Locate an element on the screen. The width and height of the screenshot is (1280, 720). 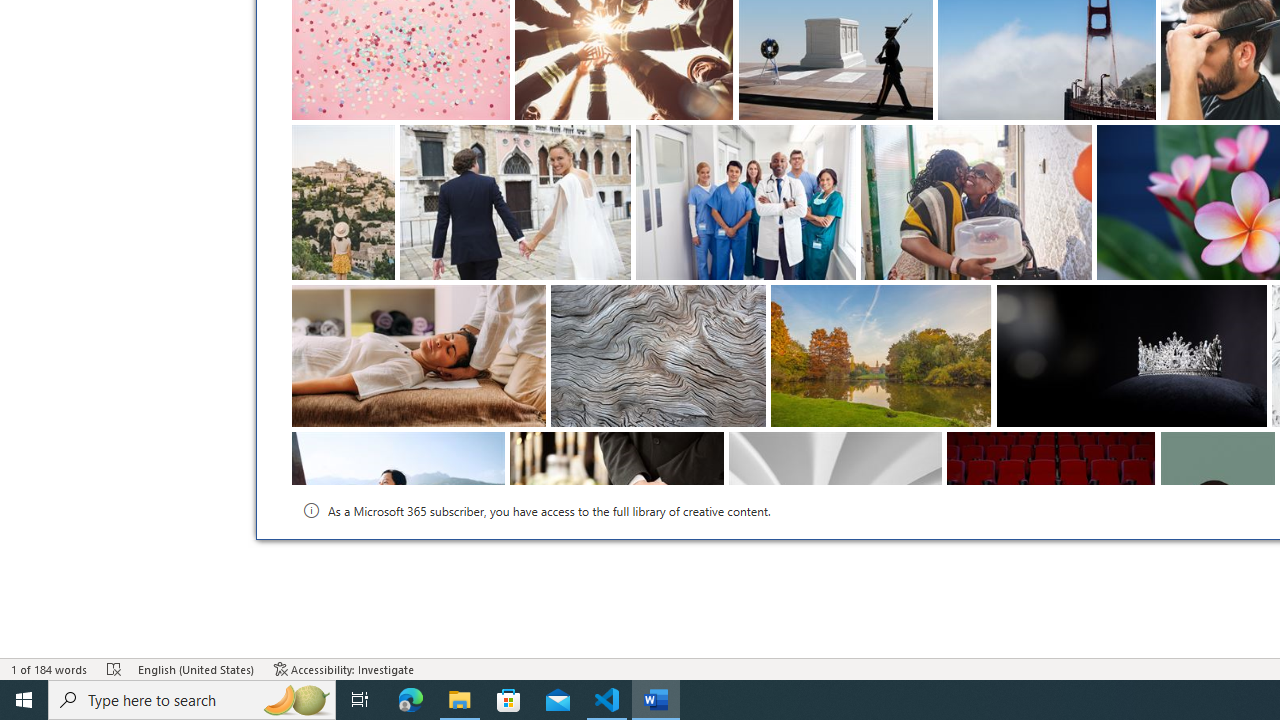
'Type here to search' is located at coordinates (192, 698).